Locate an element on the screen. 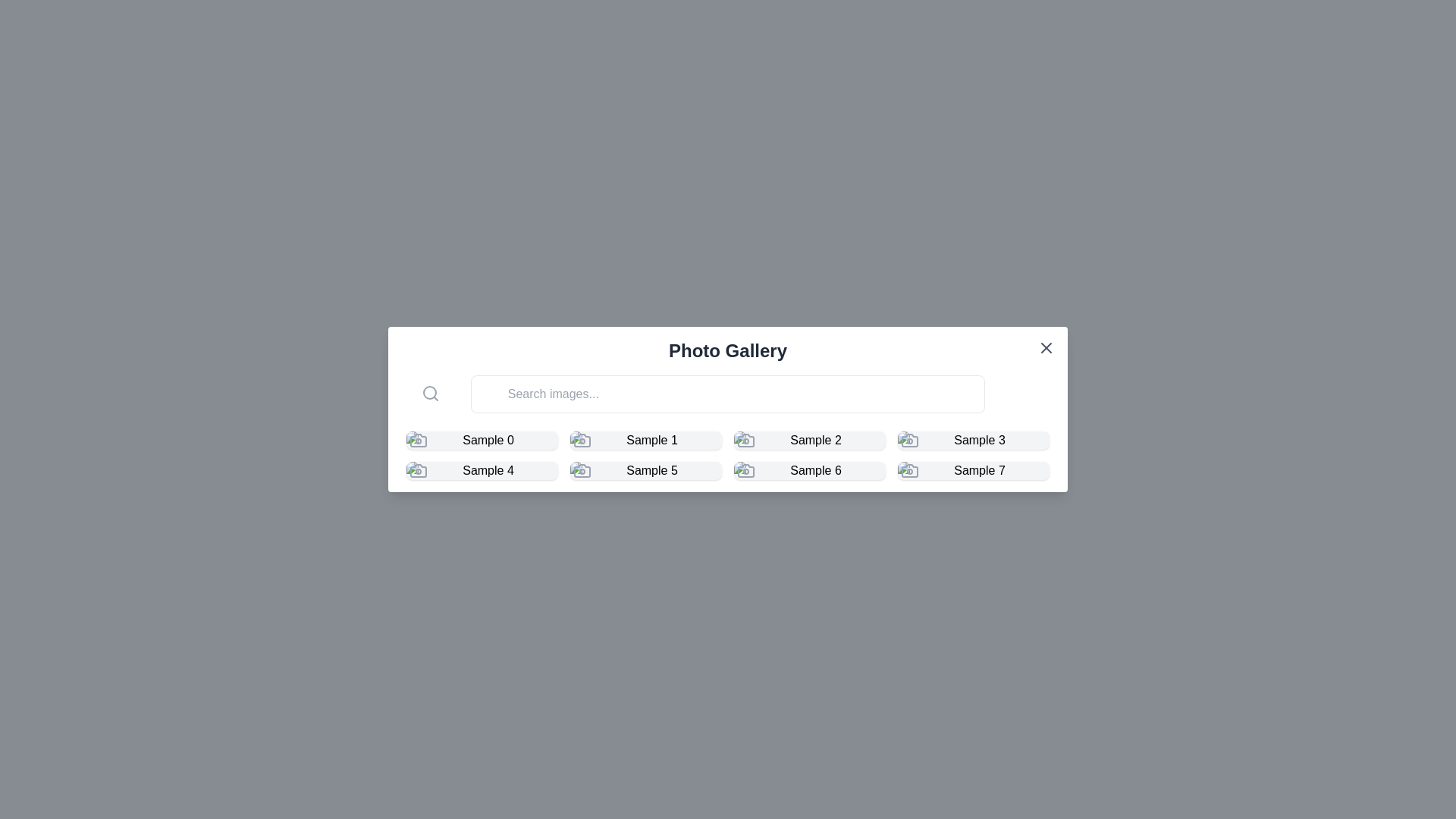 This screenshot has height=819, width=1456. the camera icon, which is a minimalistic vector graphic located in the lower-right section of the grid layout next to 'Sample 7' is located at coordinates (910, 470).